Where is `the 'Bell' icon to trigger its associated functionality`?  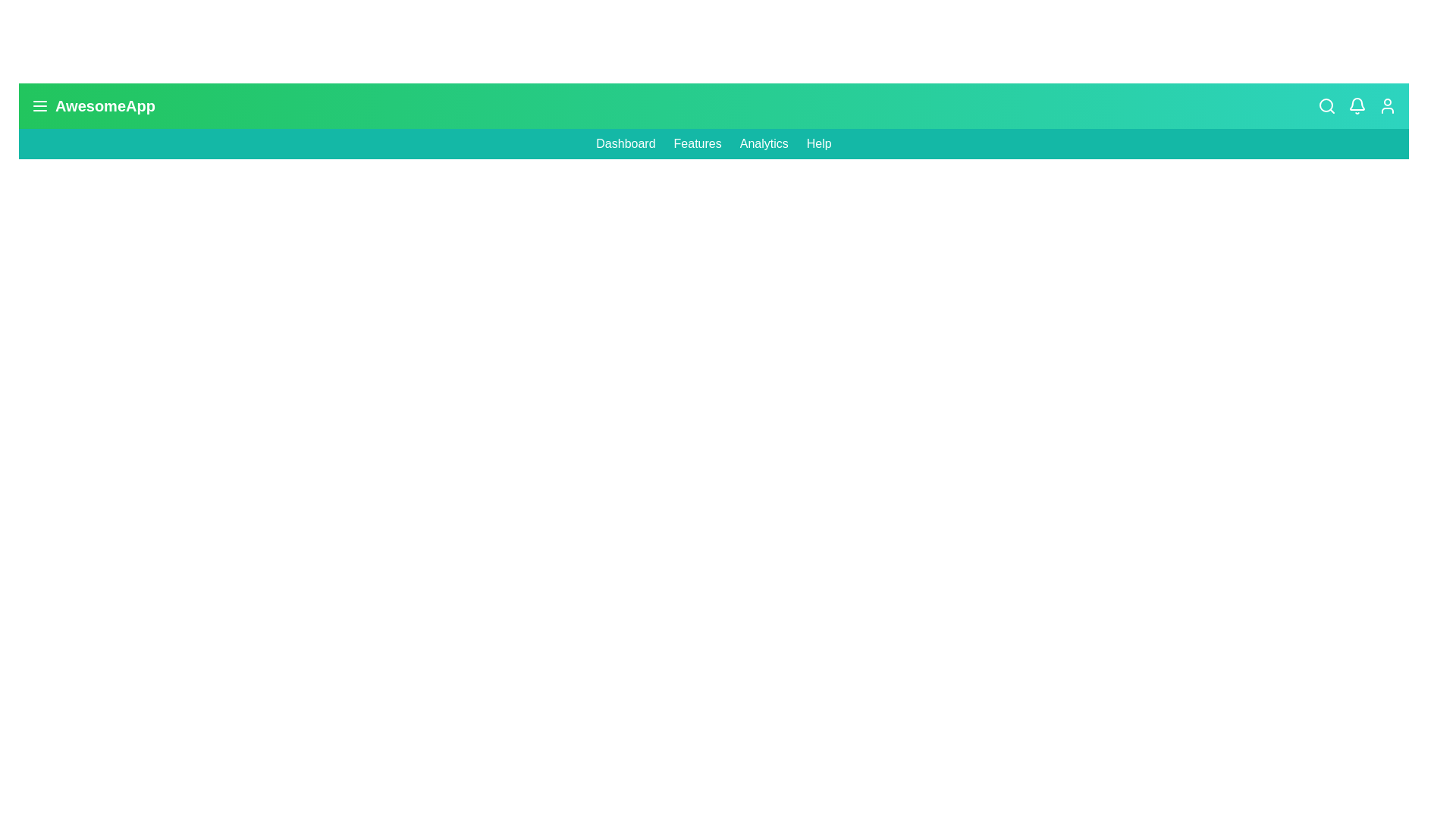 the 'Bell' icon to trigger its associated functionality is located at coordinates (1357, 105).